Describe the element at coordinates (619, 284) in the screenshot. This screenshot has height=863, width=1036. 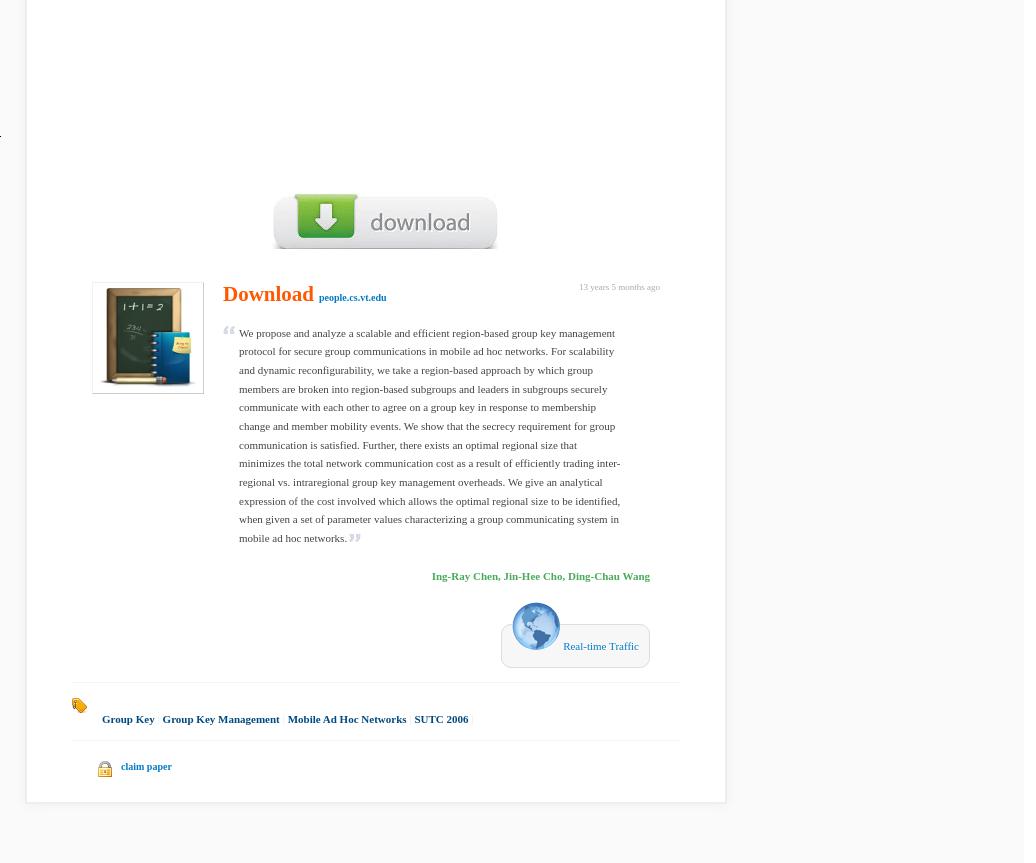
I see `'13 years 5 months  ago'` at that location.